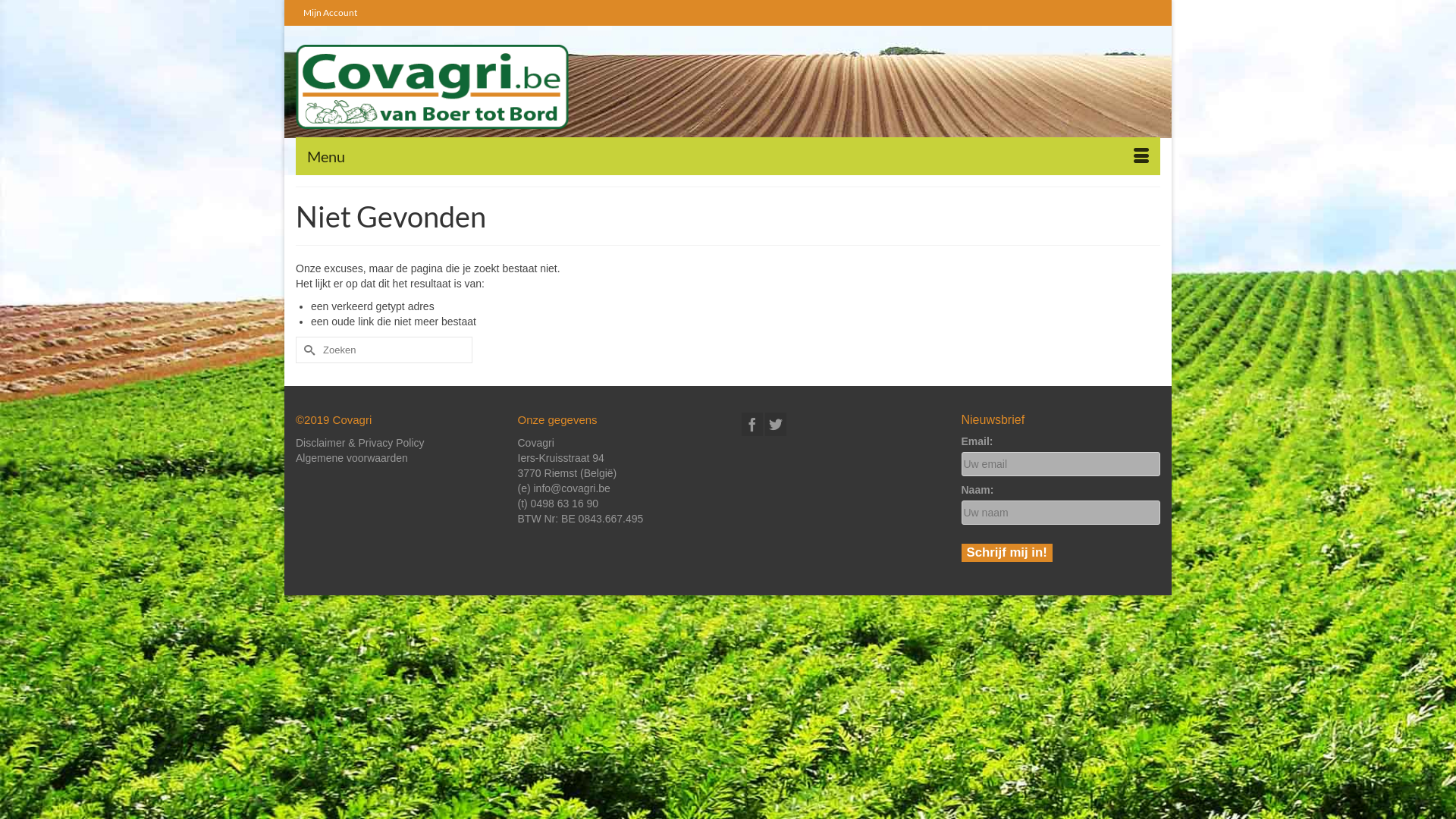 This screenshot has height=819, width=1456. What do you see at coordinates (431, 86) in the screenshot?
I see `'Covagri.be'` at bounding box center [431, 86].